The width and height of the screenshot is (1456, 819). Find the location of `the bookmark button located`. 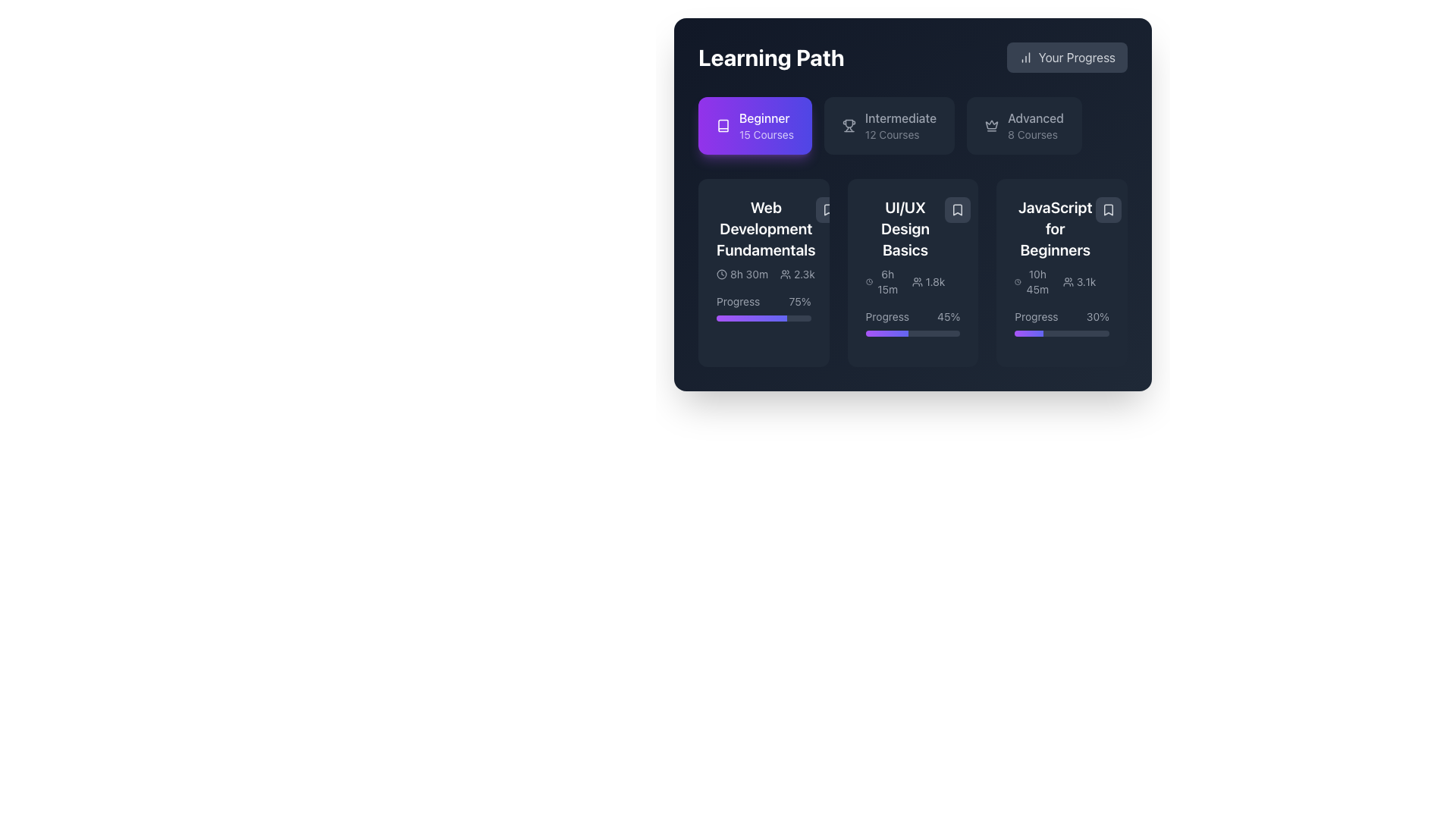

the bookmark button located is located at coordinates (957, 210).